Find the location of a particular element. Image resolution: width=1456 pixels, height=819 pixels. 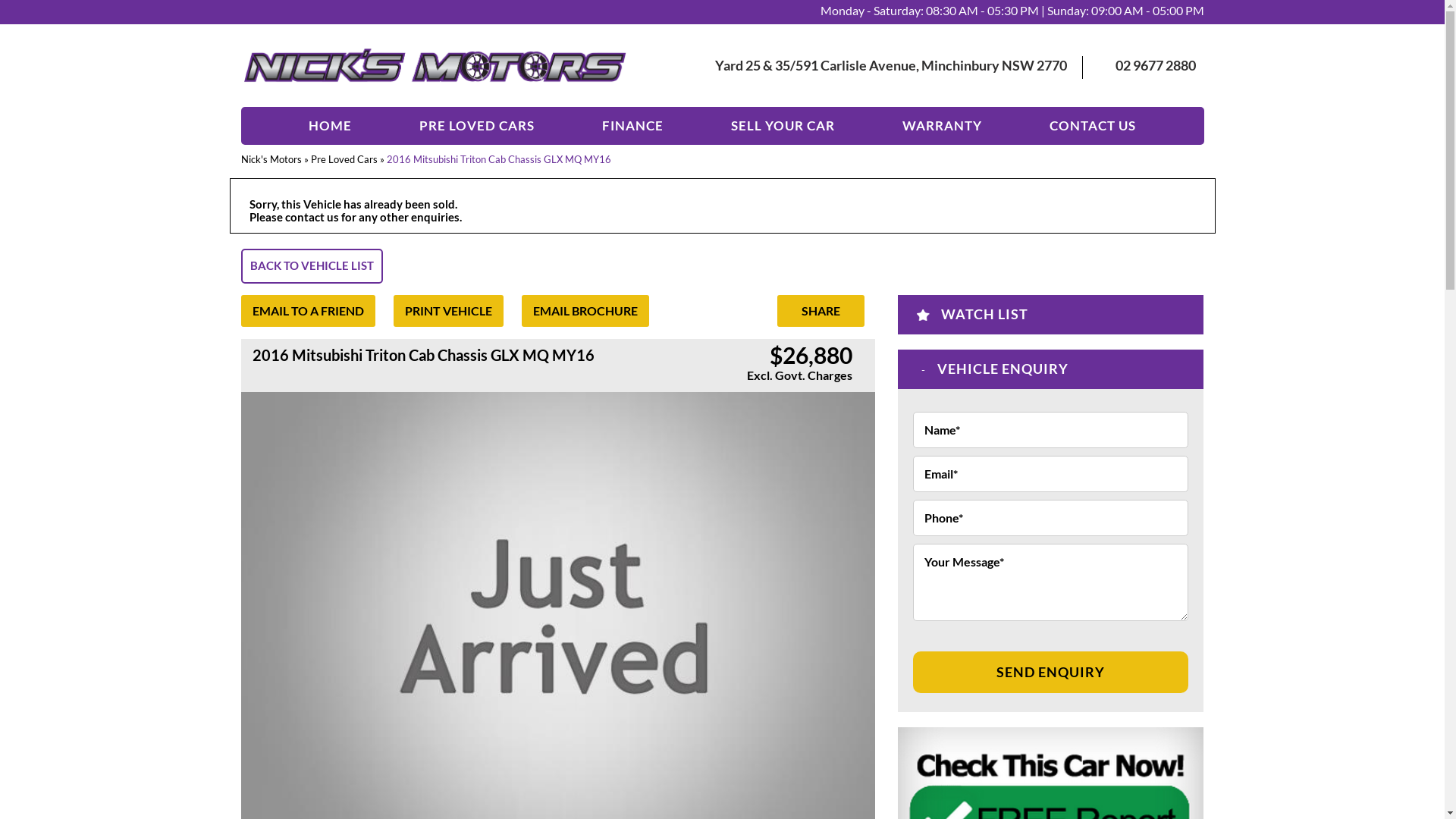

'SEND ENQUIRY' is located at coordinates (1050, 672).